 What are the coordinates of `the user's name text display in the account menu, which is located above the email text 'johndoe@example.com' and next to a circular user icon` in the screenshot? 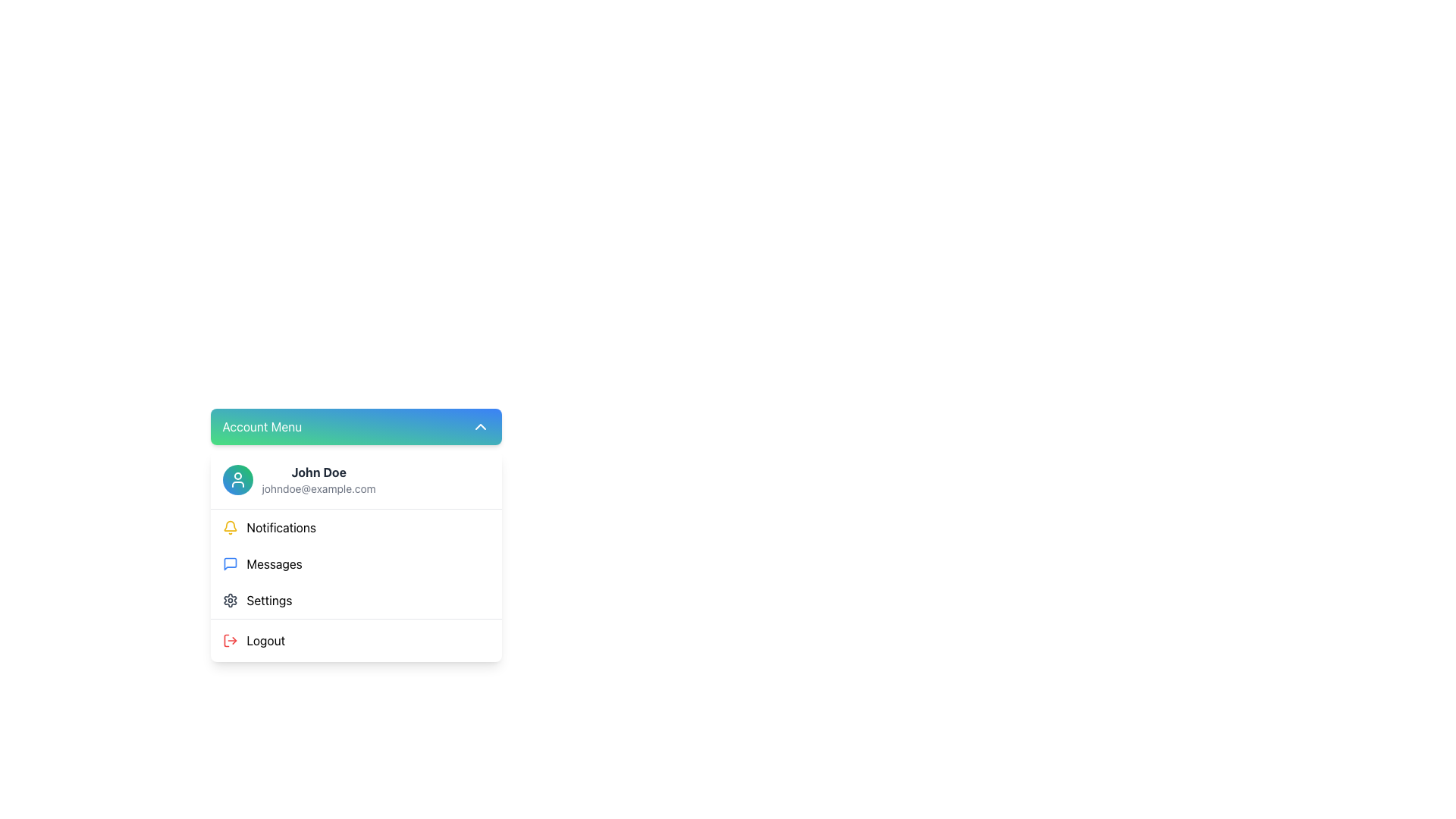 It's located at (318, 472).